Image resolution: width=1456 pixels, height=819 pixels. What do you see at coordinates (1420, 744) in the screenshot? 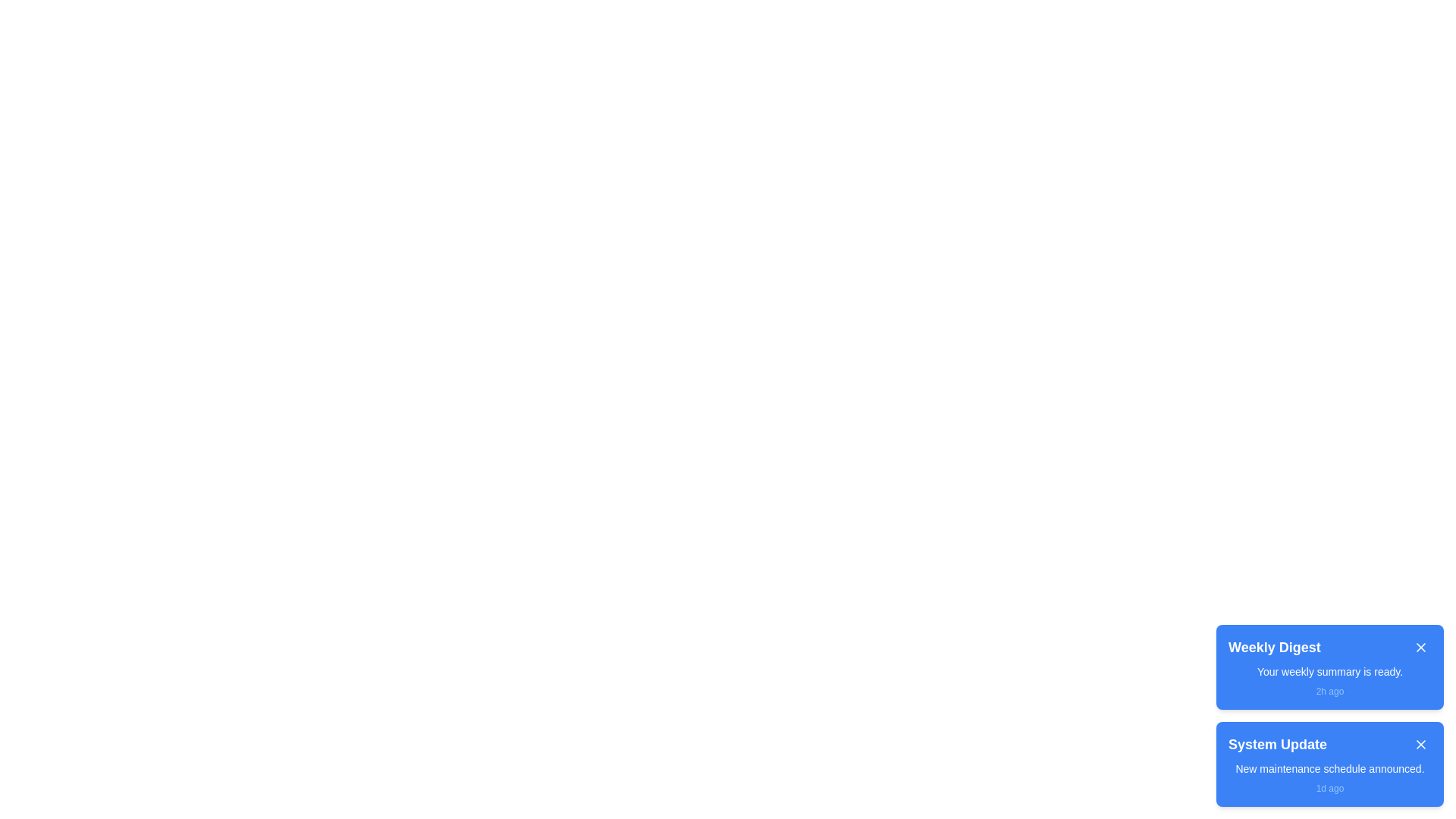
I see `close button of the notification titled System Update` at bounding box center [1420, 744].